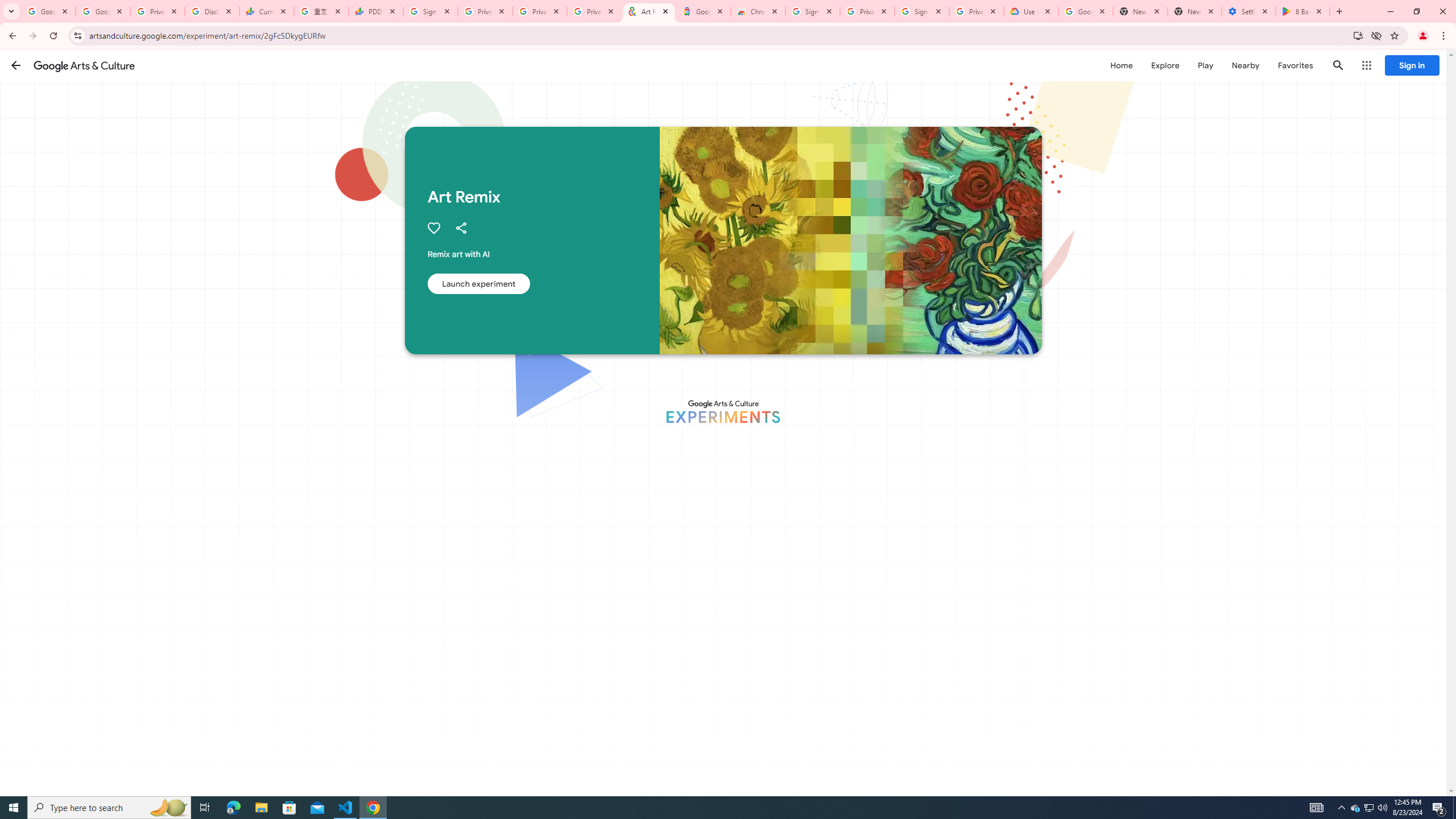  I want to click on 'Authenticate to favorite this asset.', so click(433, 228).